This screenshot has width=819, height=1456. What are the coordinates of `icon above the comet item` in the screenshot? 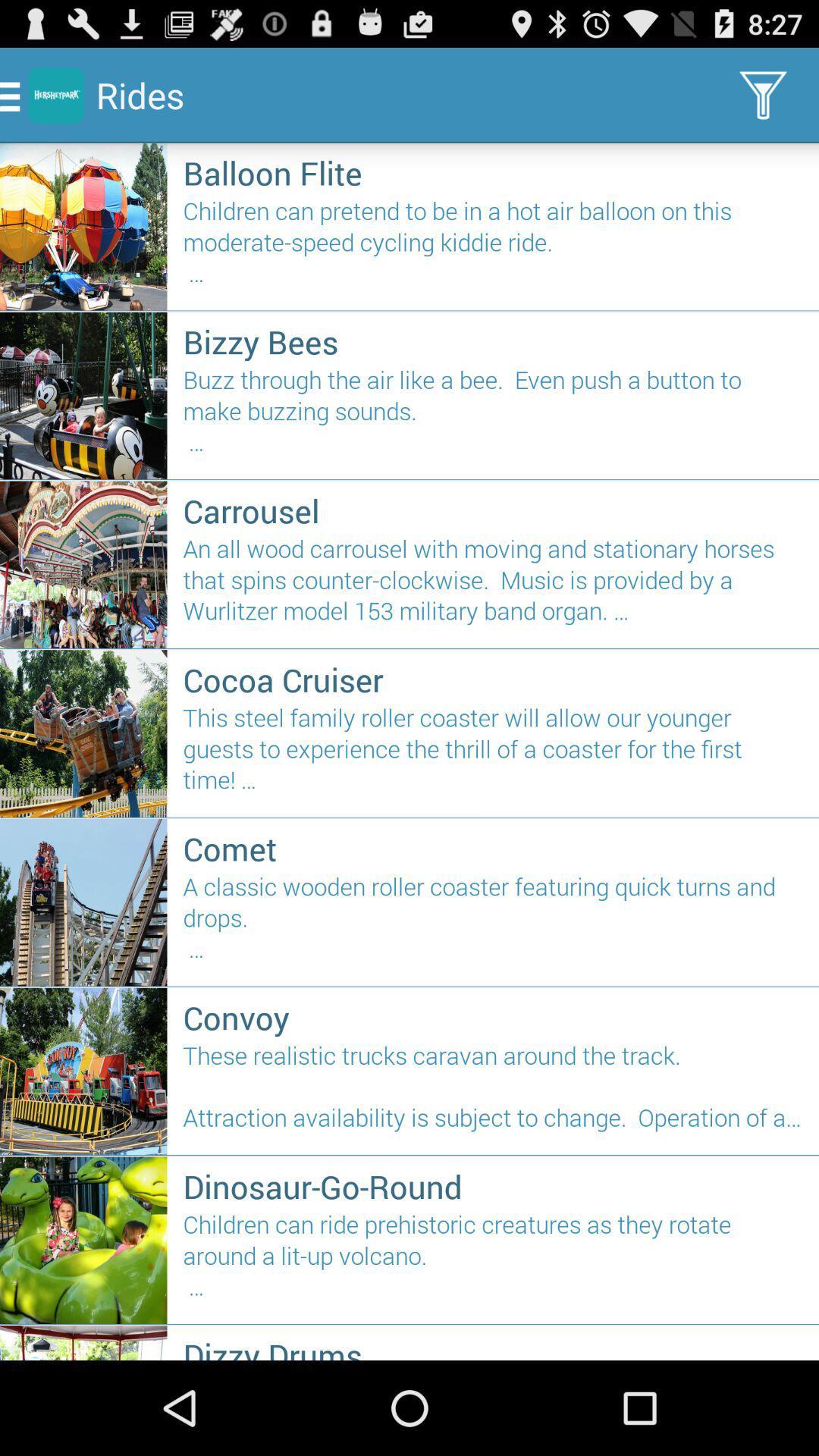 It's located at (493, 755).